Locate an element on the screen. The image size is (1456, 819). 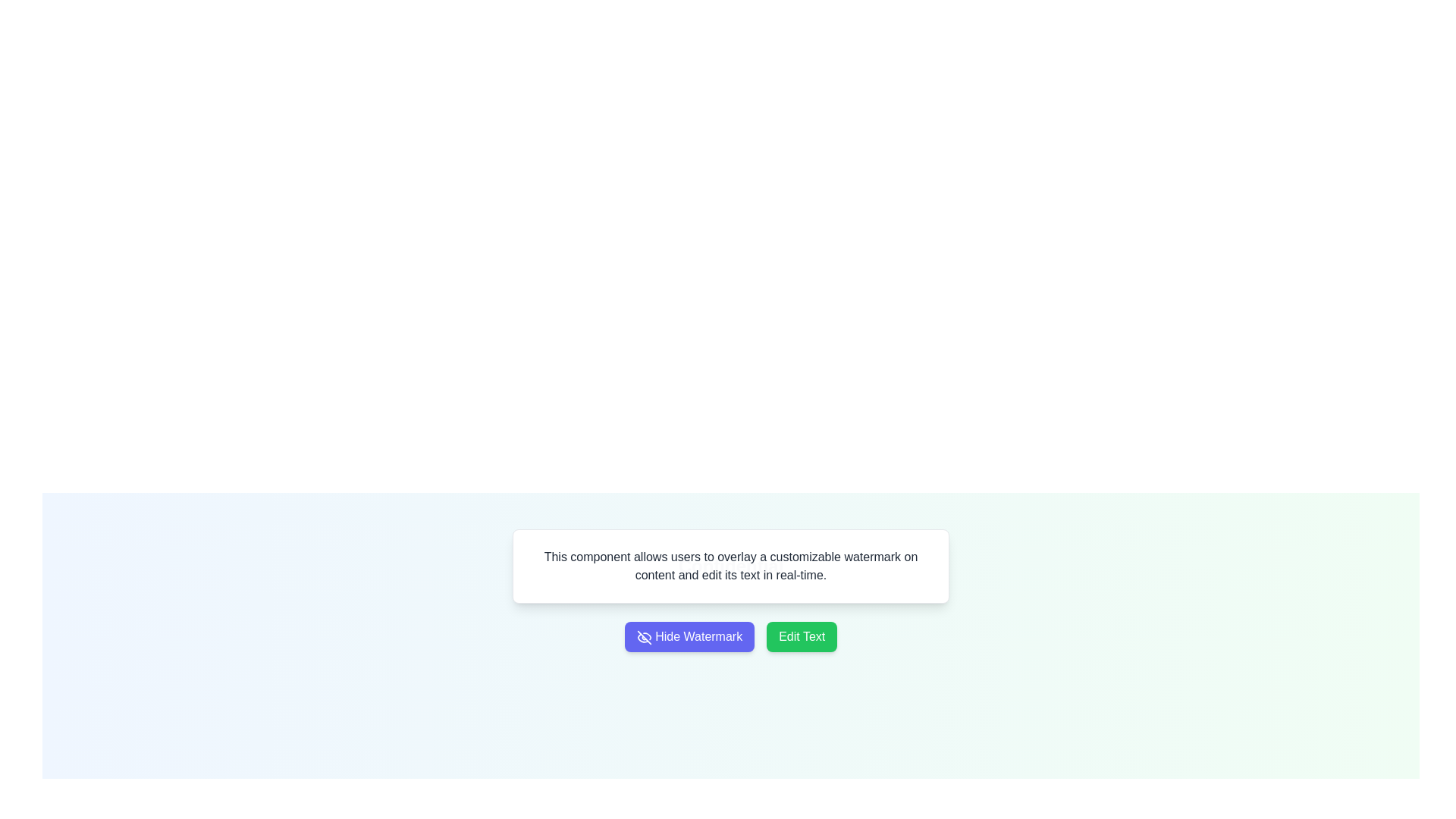
the 'Edit Text' button located to the right of the 'Hide Watermark' button, which allows the user to modify the text content is located at coordinates (801, 637).